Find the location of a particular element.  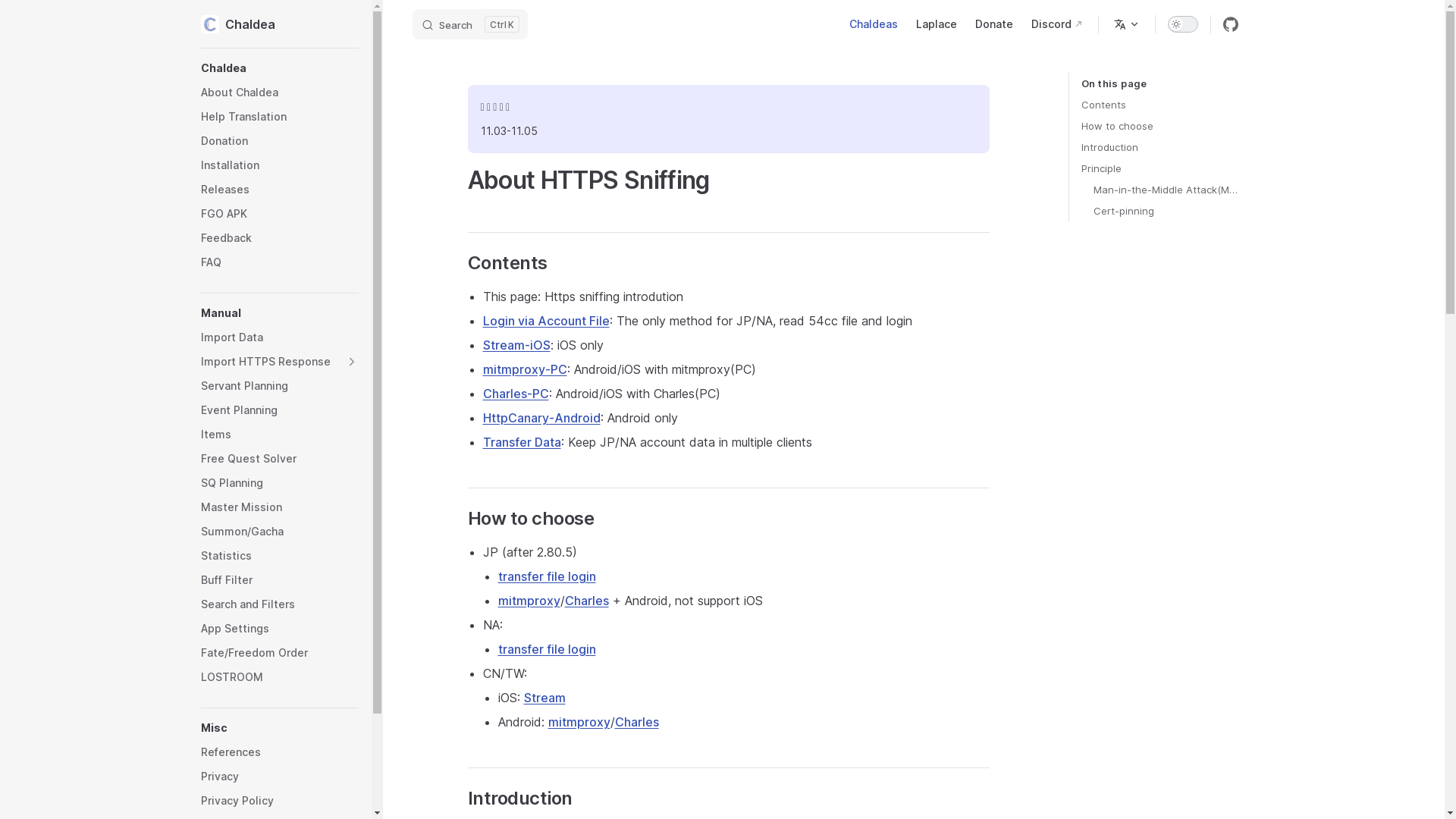

'Summon/Gacha' is located at coordinates (279, 531).